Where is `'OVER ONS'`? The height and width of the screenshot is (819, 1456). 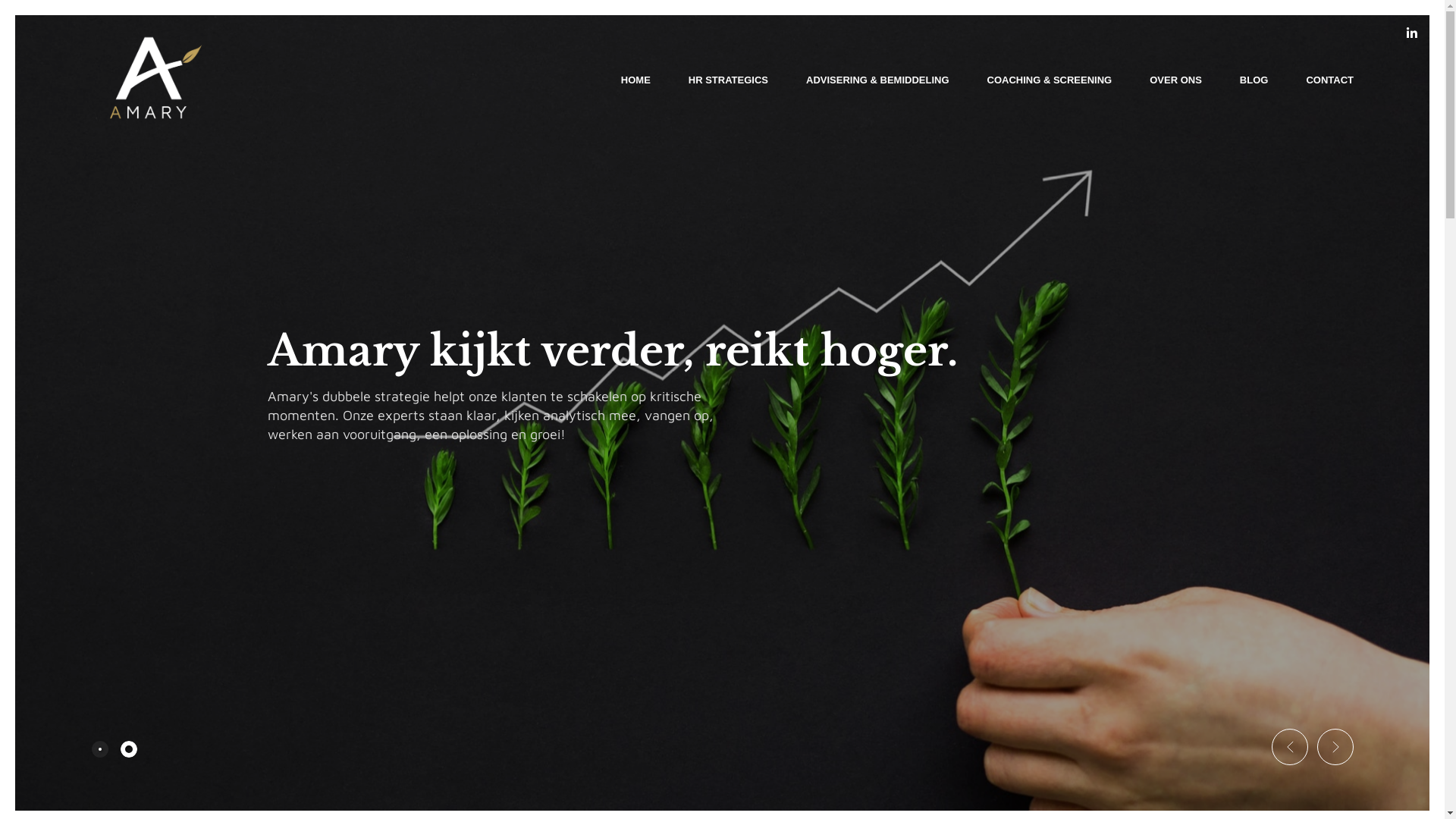 'OVER ONS' is located at coordinates (1175, 80).